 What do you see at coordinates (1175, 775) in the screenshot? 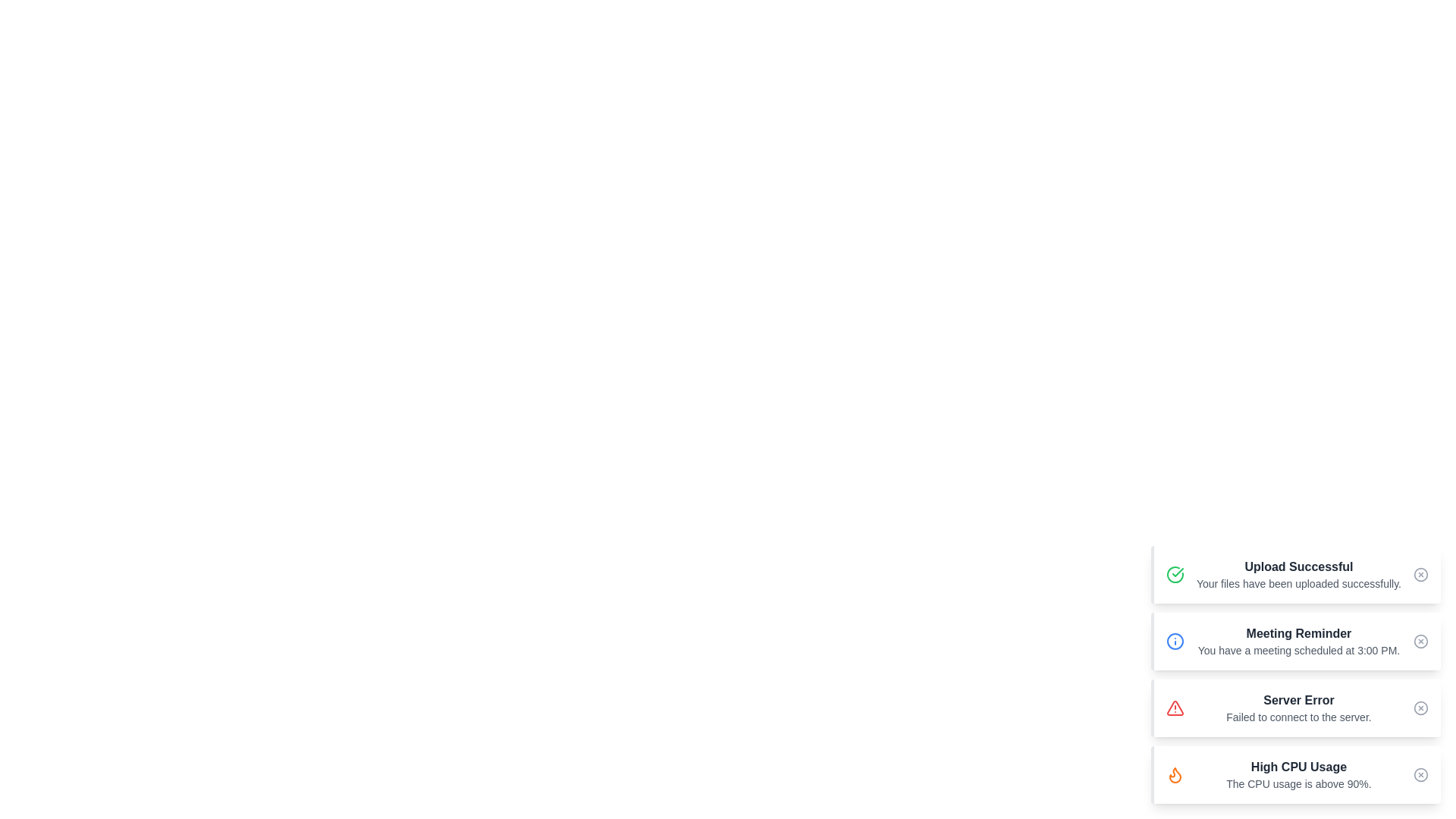
I see `the icon of the alert titled 'High CPU Usage'` at bounding box center [1175, 775].